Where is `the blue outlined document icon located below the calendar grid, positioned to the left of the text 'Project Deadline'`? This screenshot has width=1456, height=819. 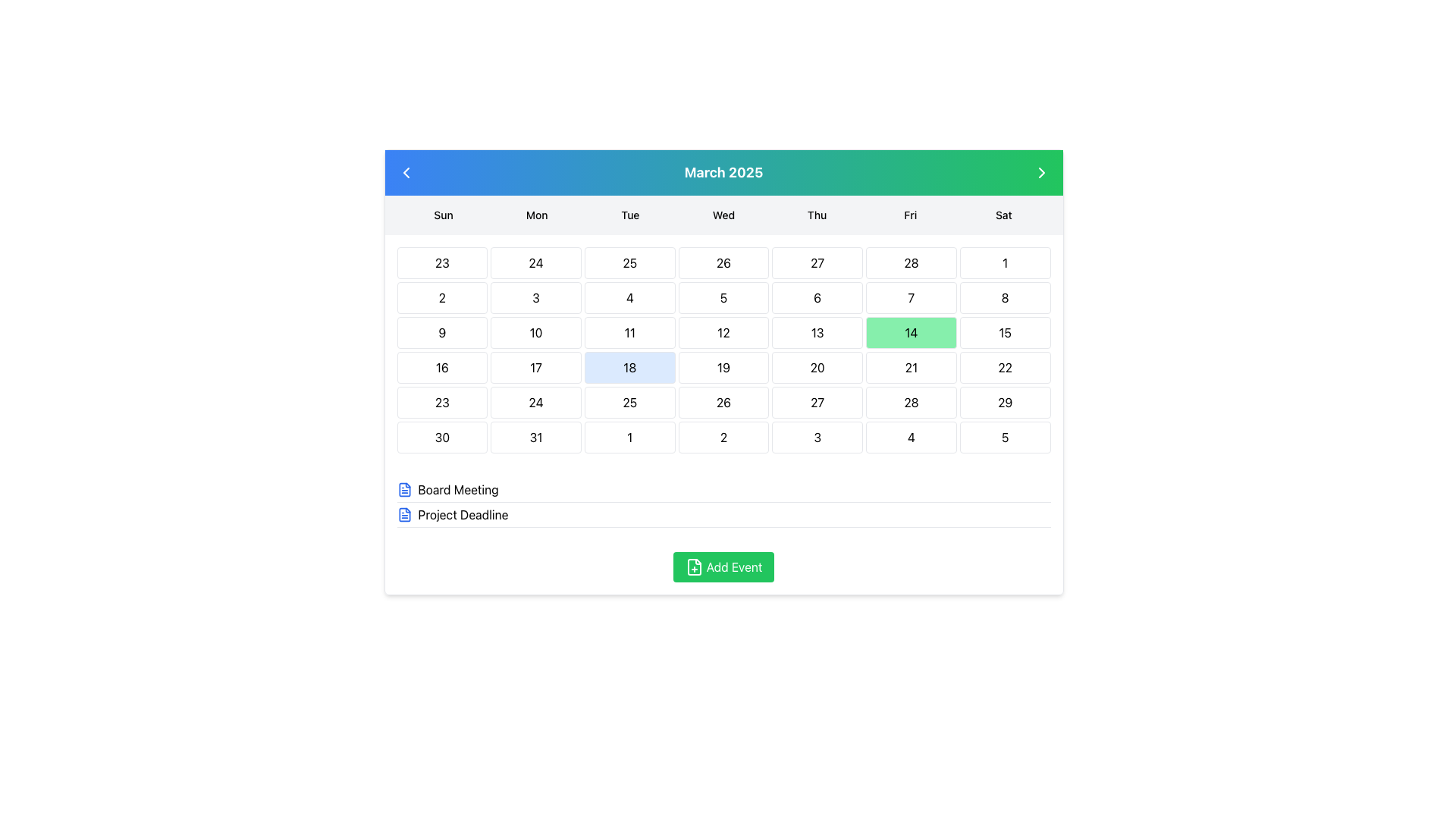
the blue outlined document icon located below the calendar grid, positioned to the left of the text 'Project Deadline' is located at coordinates (404, 489).